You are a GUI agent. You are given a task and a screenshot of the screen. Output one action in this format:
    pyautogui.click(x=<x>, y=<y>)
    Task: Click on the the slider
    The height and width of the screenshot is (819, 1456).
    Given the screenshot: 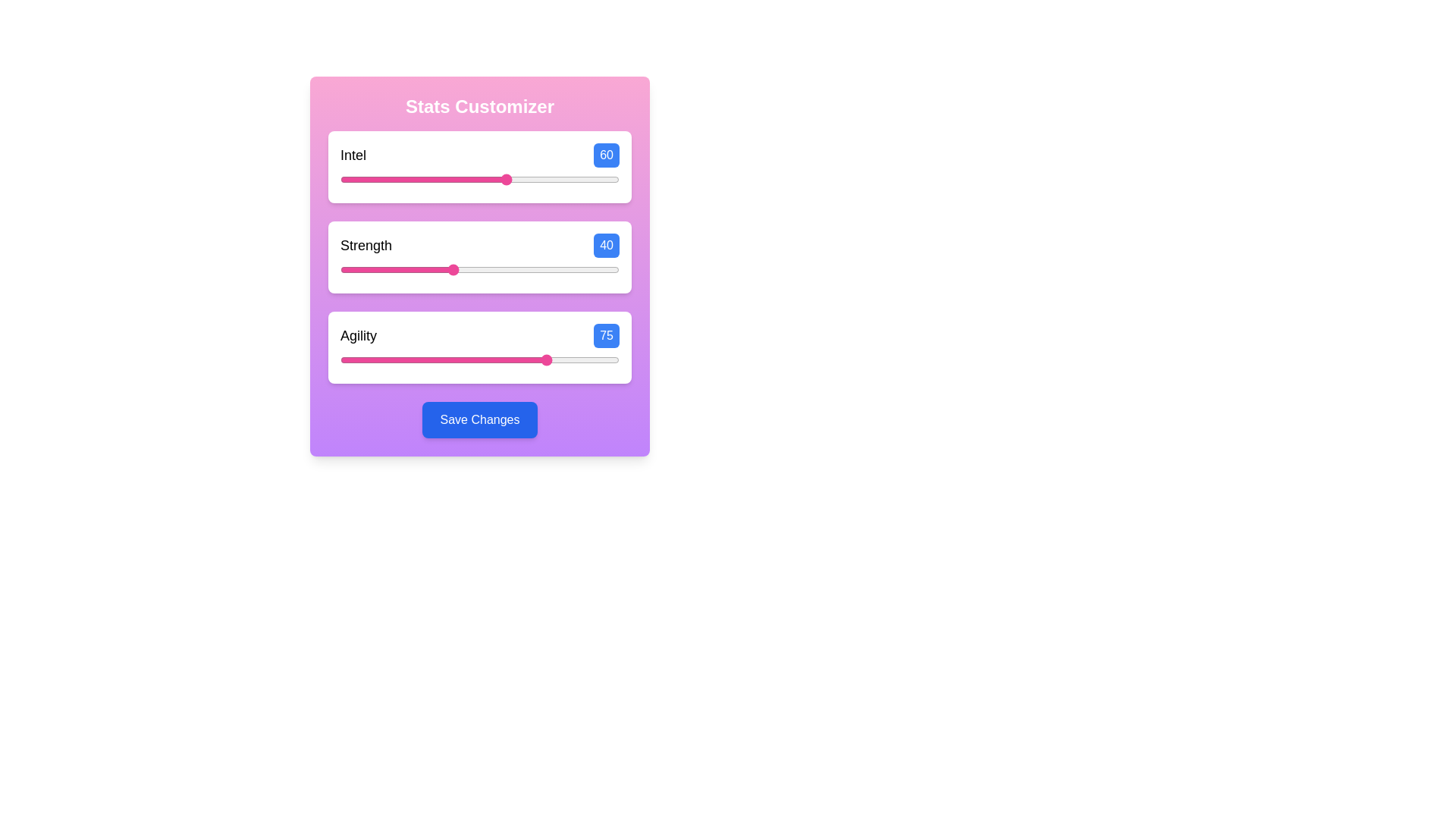 What is the action you would take?
    pyautogui.click(x=488, y=178)
    